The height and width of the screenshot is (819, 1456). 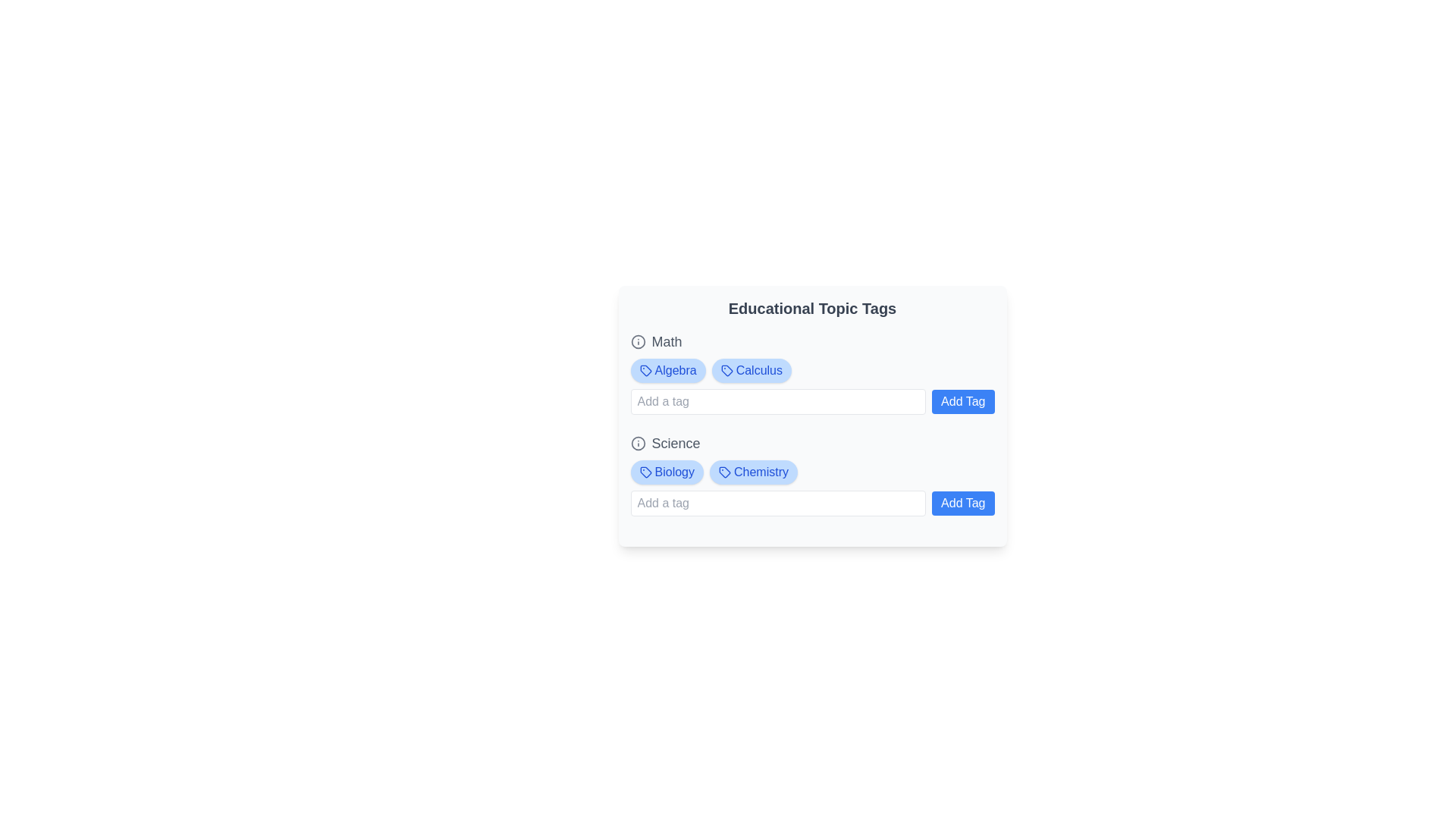 What do you see at coordinates (962, 400) in the screenshot?
I see `the 'Add Tag' button with a blue background and white text, located in the 'Math' category section` at bounding box center [962, 400].